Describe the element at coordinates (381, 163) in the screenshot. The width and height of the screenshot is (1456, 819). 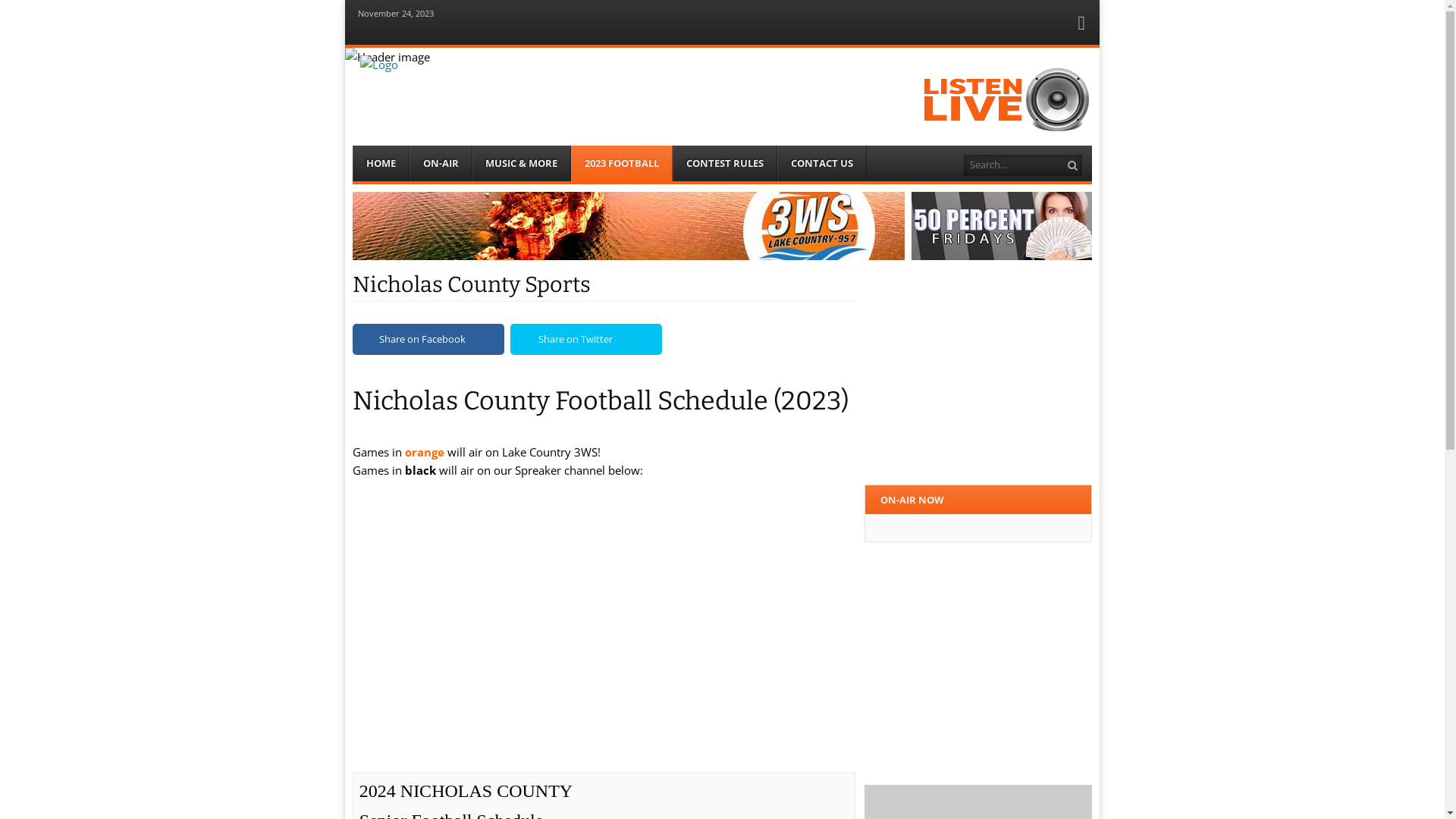
I see `'HOME'` at that location.